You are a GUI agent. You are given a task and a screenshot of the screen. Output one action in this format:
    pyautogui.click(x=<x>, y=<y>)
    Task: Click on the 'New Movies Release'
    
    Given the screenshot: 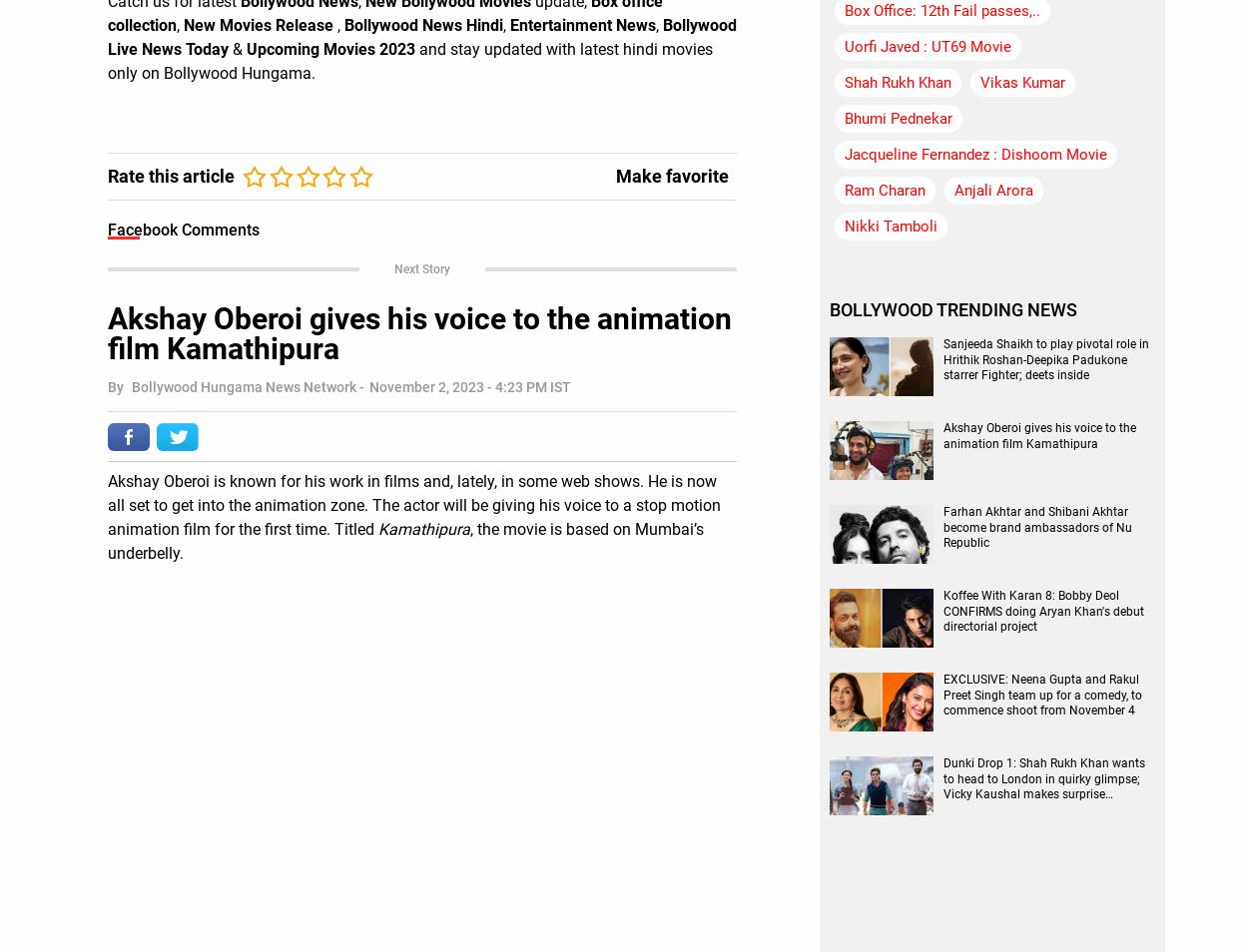 What is the action you would take?
    pyautogui.click(x=261, y=23)
    